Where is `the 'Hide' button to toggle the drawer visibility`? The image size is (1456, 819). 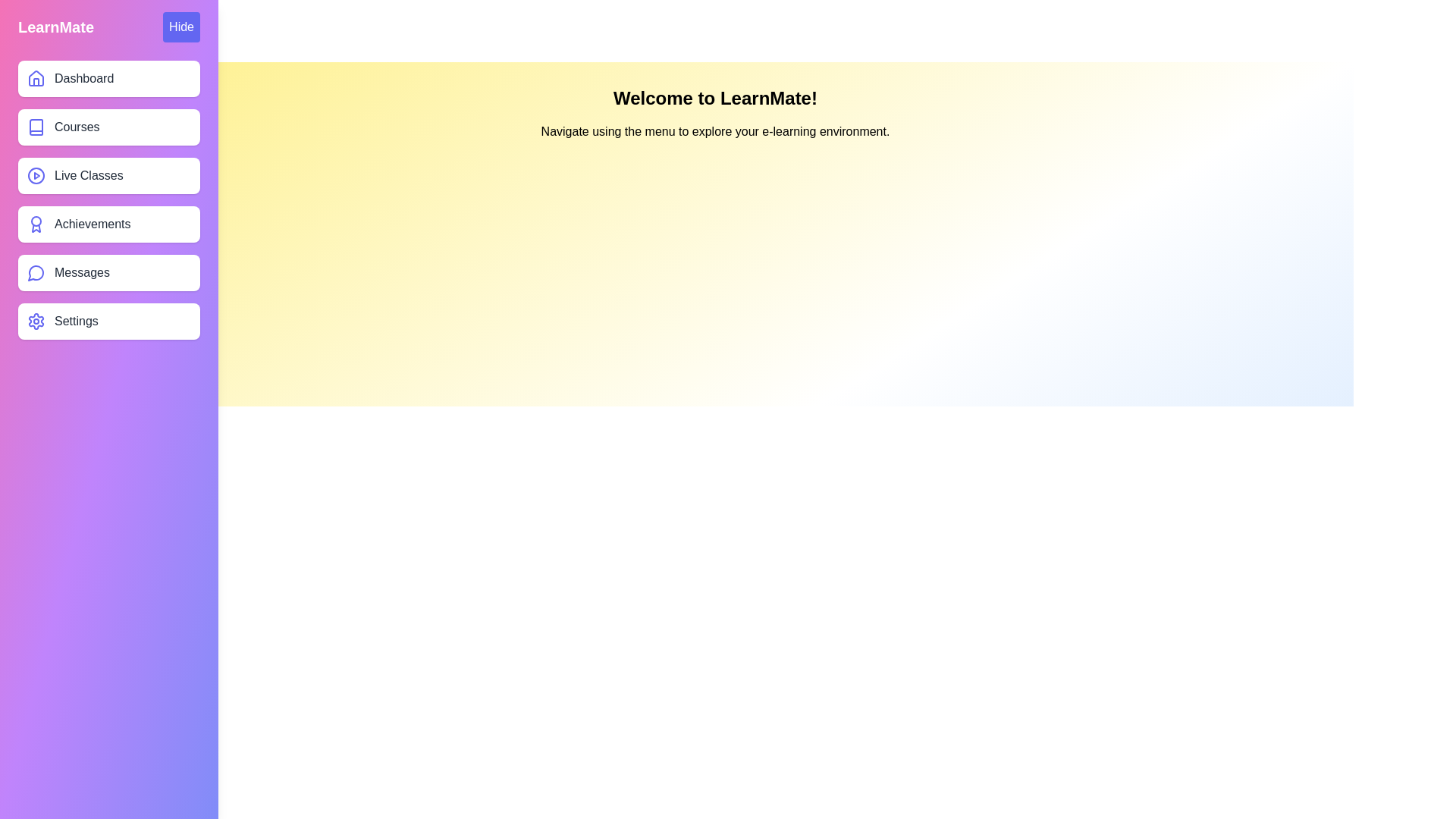
the 'Hide' button to toggle the drawer visibility is located at coordinates (181, 27).